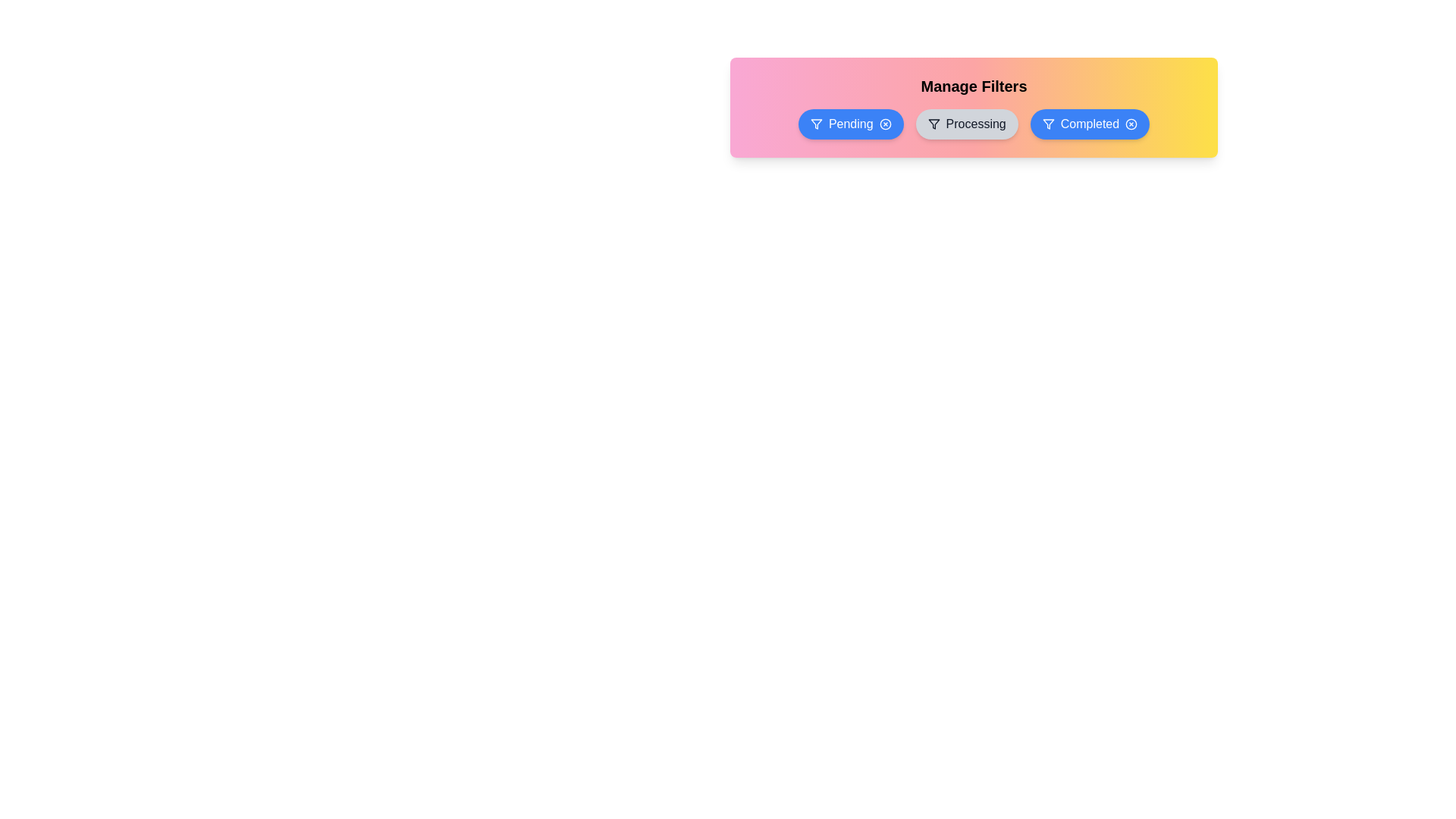  What do you see at coordinates (1088, 124) in the screenshot?
I see `the filter Completed to observe the hover effect` at bounding box center [1088, 124].